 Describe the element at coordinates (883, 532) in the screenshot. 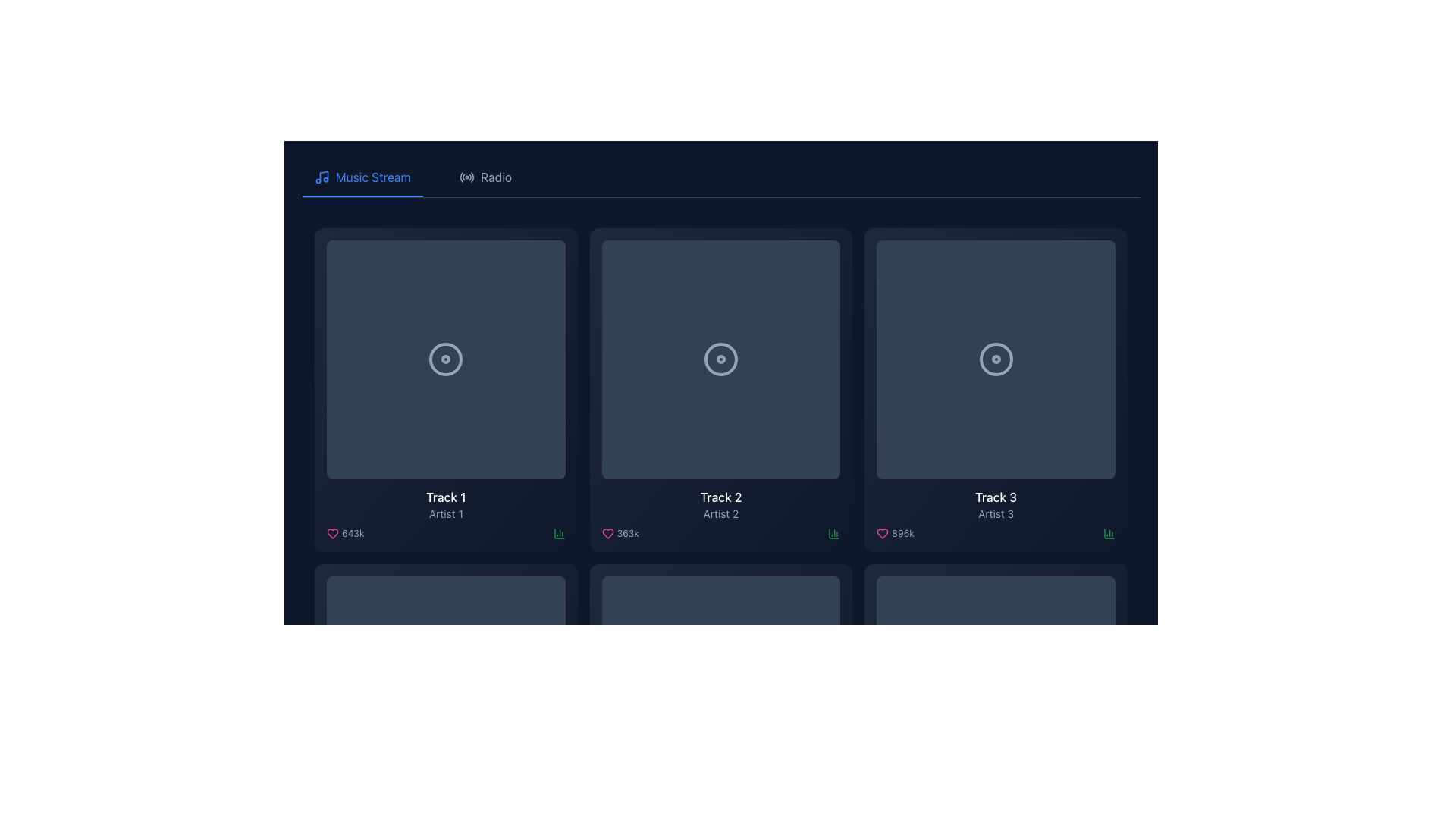

I see `the pink heart-shaped SVG icon located at the bottom-left corner of the 'Track 2' card` at that location.